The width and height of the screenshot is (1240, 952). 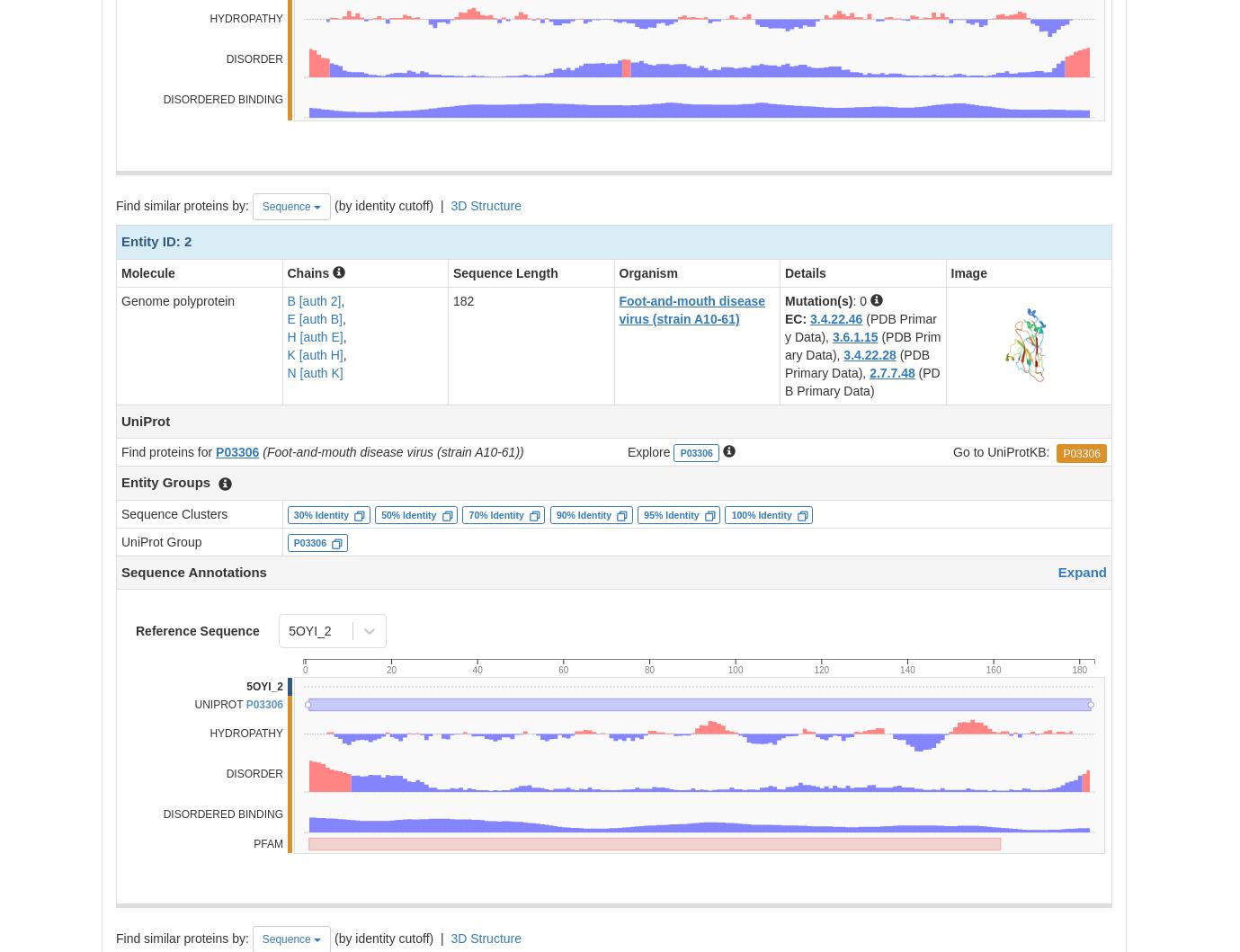 I want to click on '160', so click(x=993, y=669).